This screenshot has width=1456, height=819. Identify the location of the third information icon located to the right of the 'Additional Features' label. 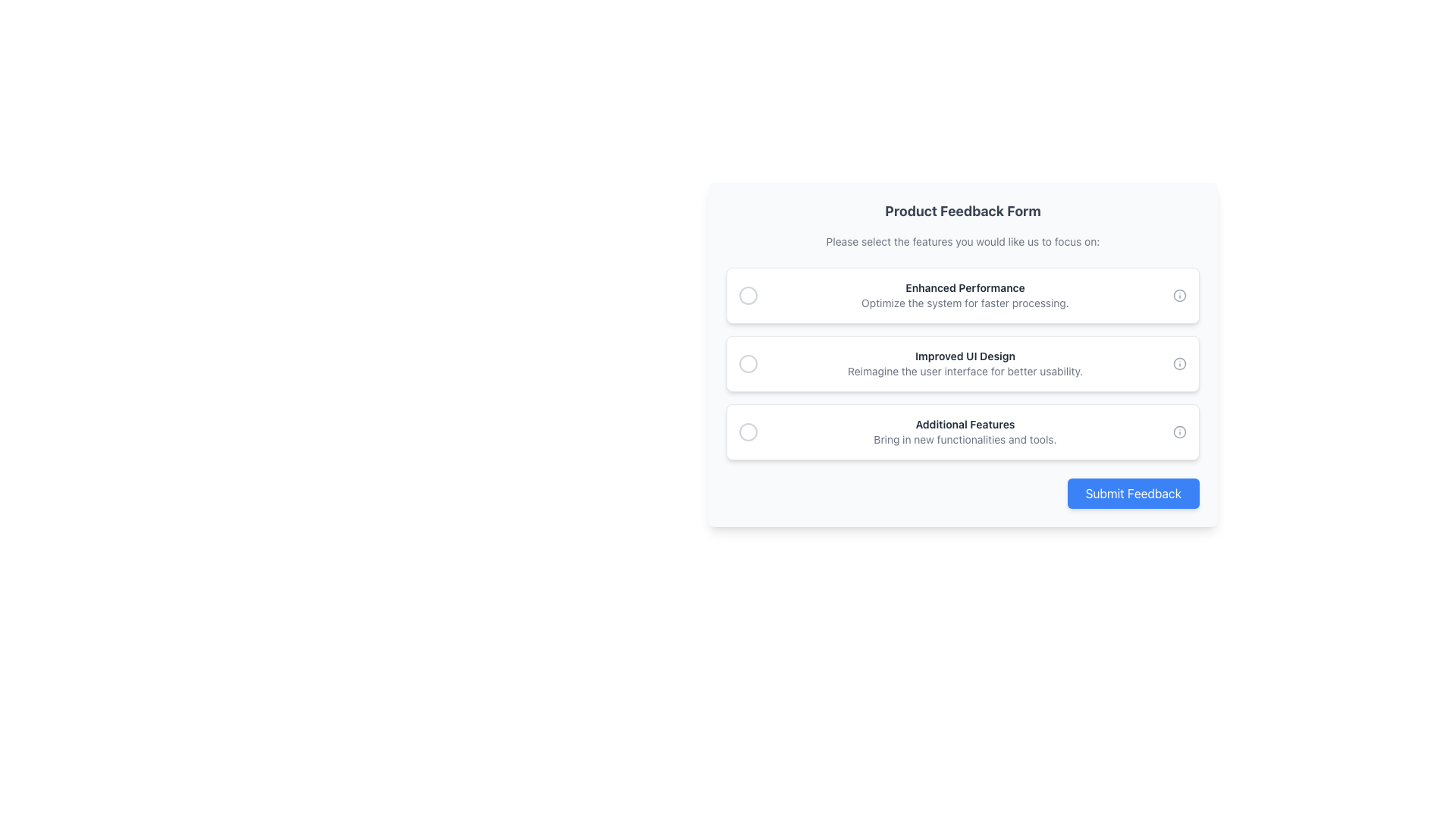
(1178, 432).